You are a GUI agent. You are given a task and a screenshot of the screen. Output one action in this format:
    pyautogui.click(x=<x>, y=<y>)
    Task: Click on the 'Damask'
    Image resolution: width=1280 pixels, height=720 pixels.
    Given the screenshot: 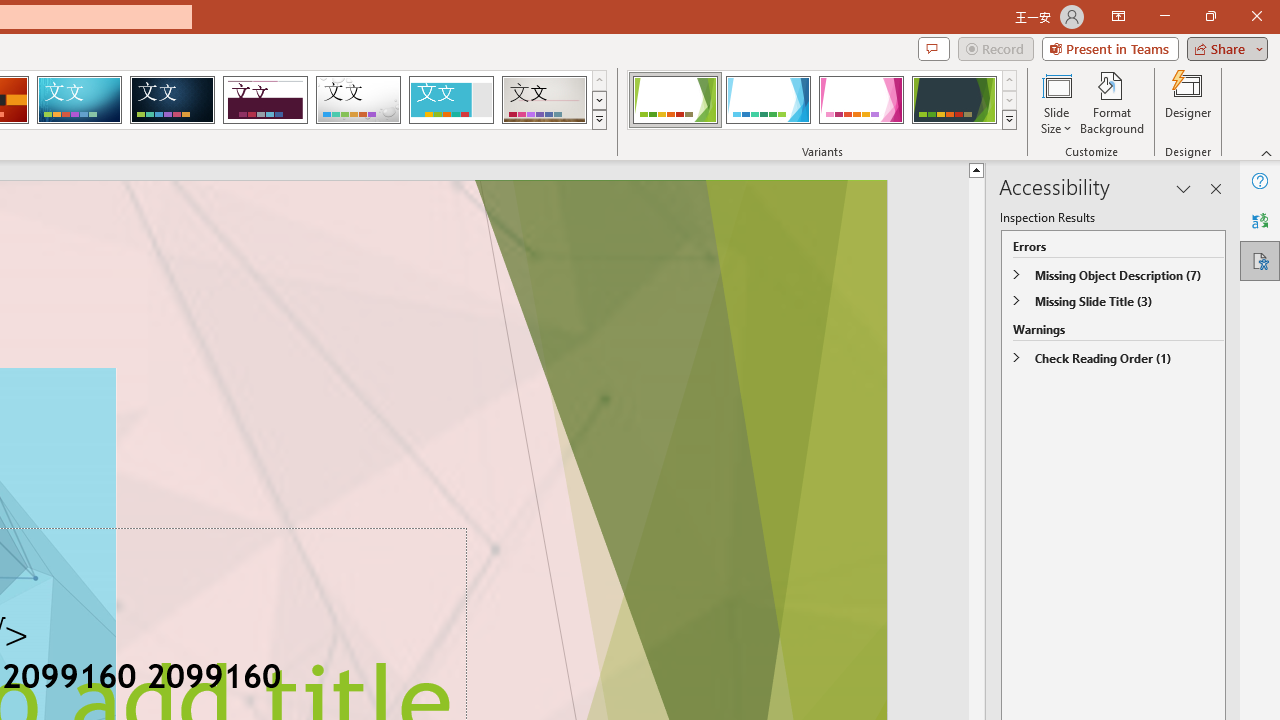 What is the action you would take?
    pyautogui.click(x=172, y=100)
    